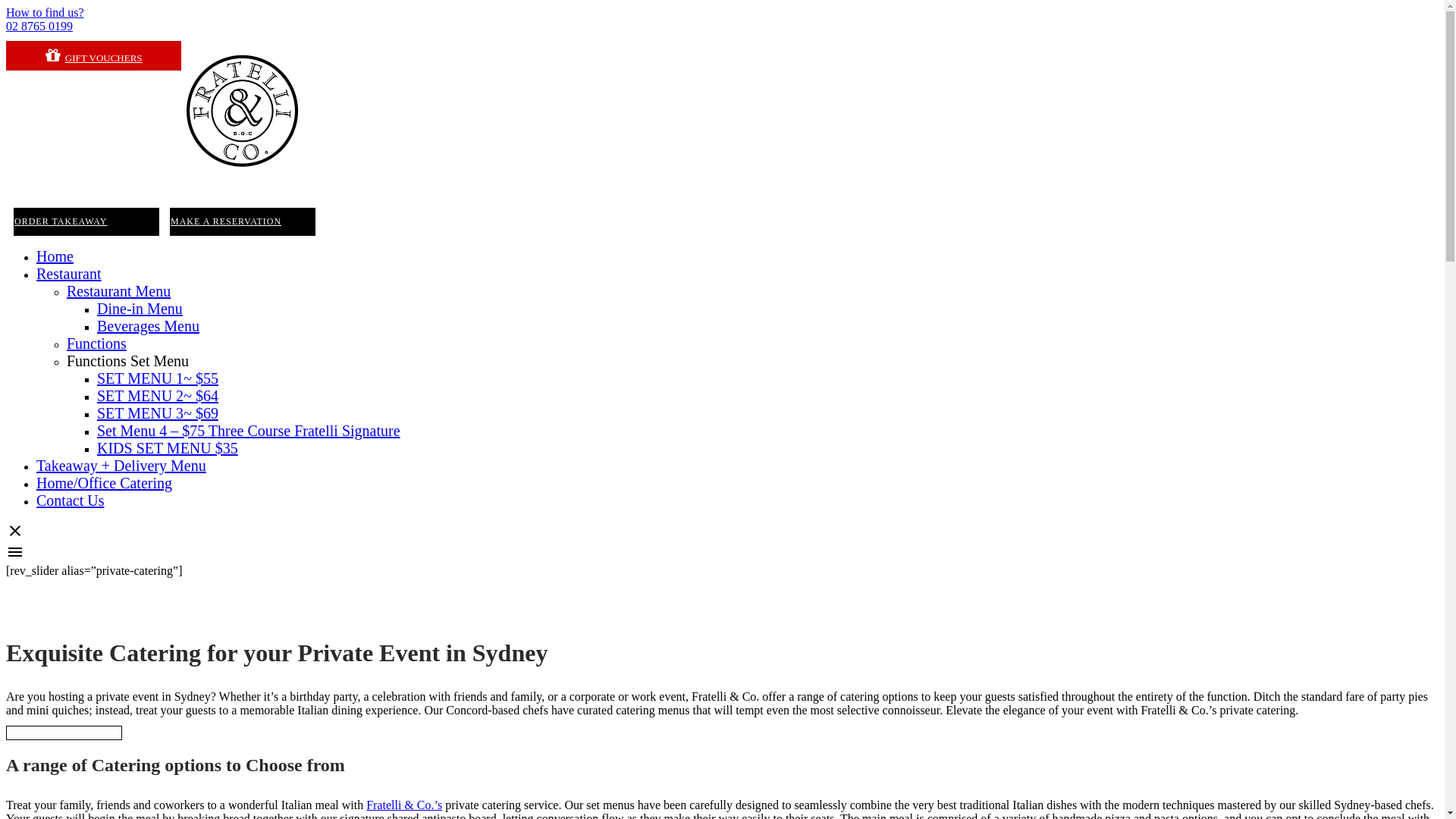 The width and height of the screenshot is (1456, 819). What do you see at coordinates (86, 221) in the screenshot?
I see `'ORDER TAKEAWAY'` at bounding box center [86, 221].